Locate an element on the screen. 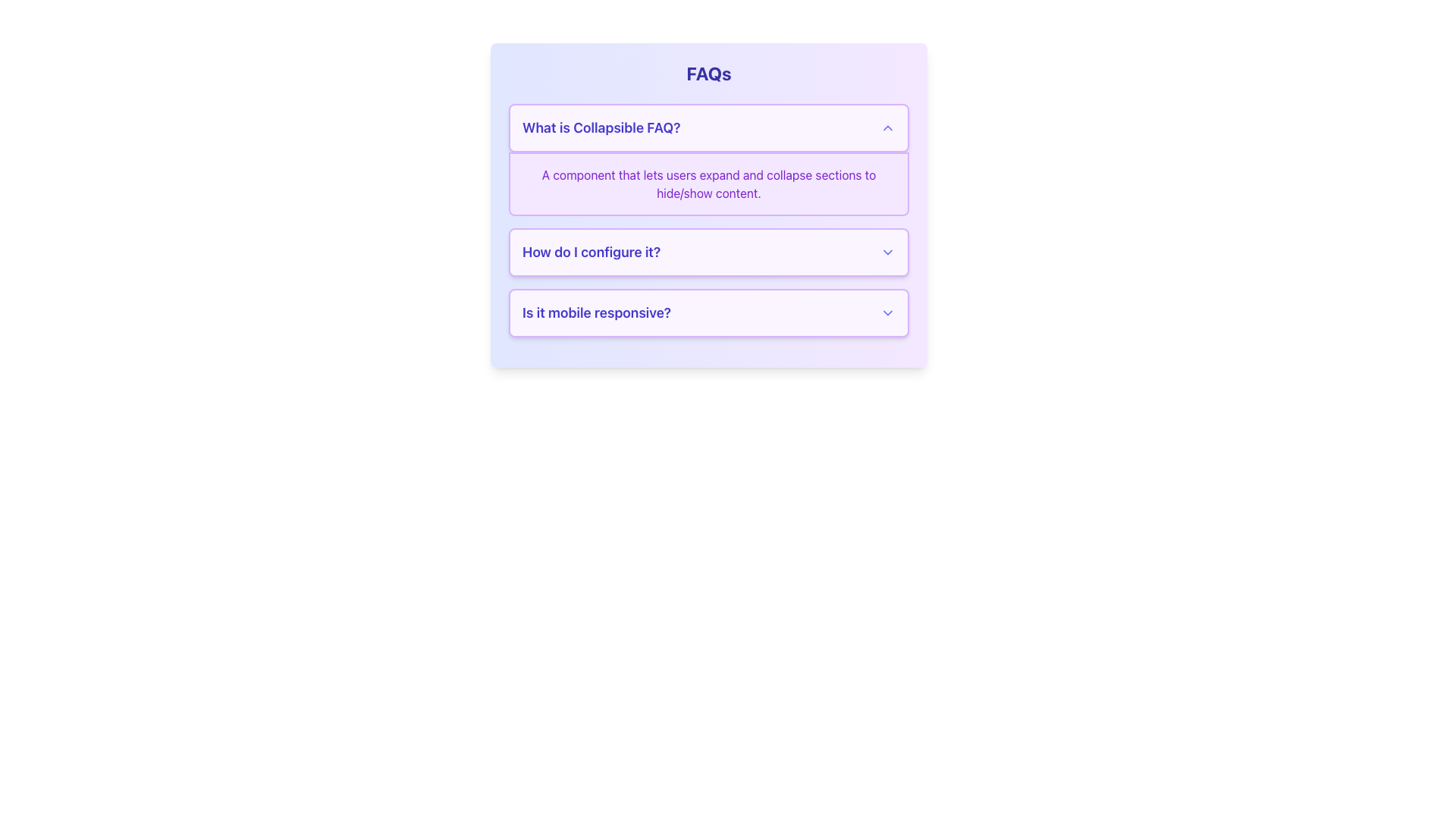 The width and height of the screenshot is (1456, 819). the upward-pointing chevron icon styled in indigo at the rightmost side of the row labeled 'What is Collapsible FAQ?' is located at coordinates (888, 127).